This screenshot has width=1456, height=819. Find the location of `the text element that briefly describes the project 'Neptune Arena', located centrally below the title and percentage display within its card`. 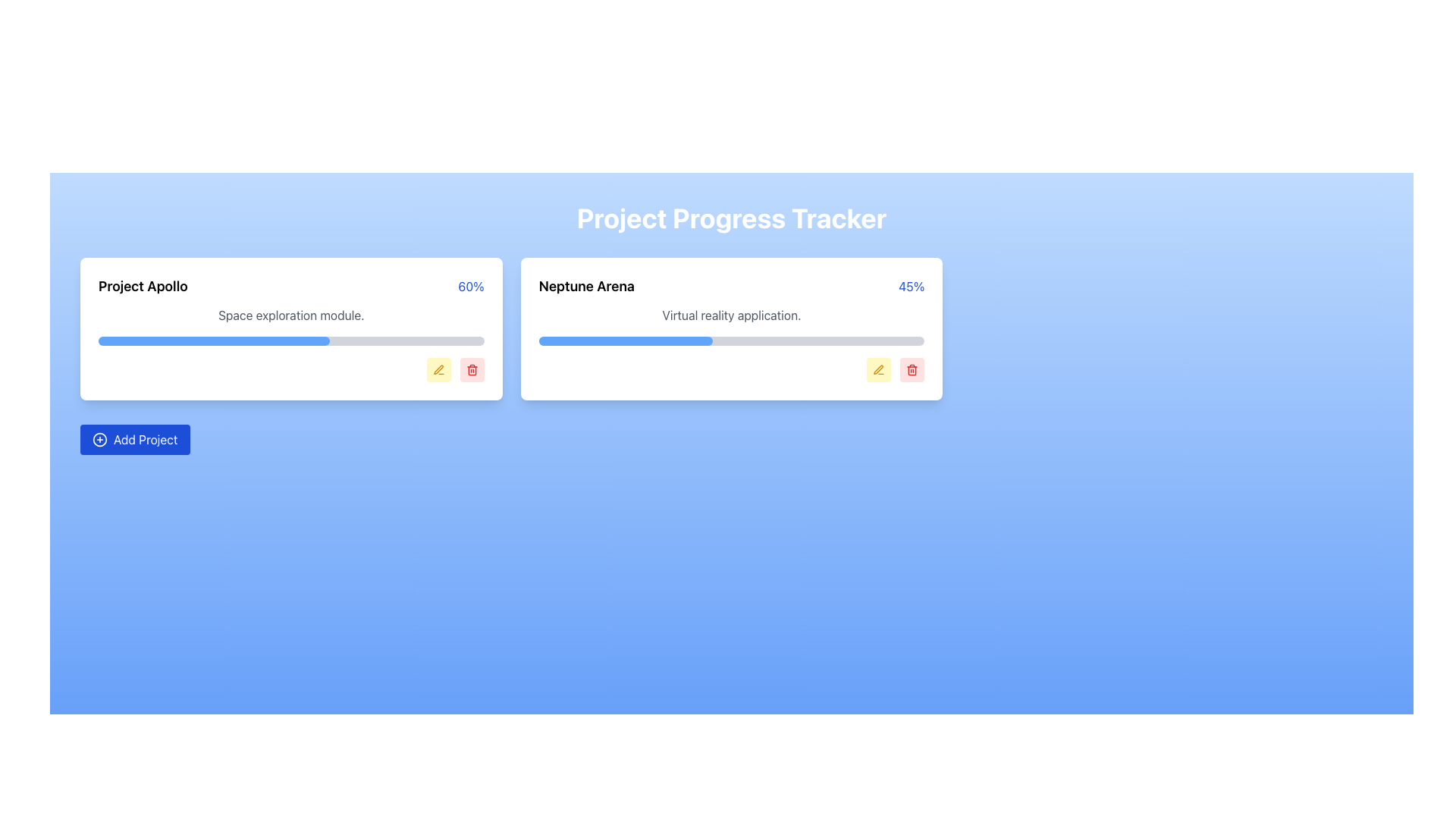

the text element that briefly describes the project 'Neptune Arena', located centrally below the title and percentage display within its card is located at coordinates (731, 315).